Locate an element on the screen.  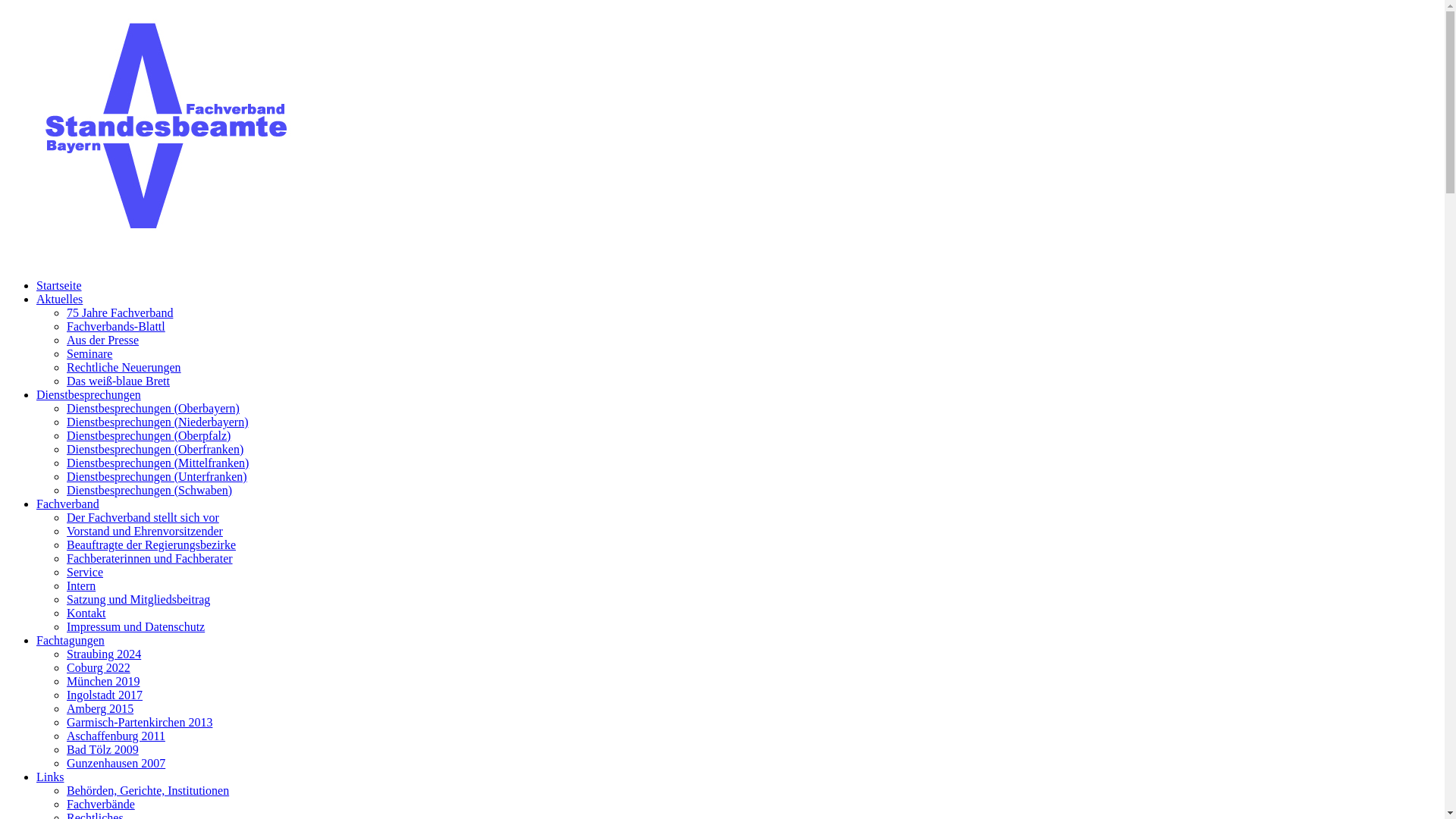
'Ingolstadt 2017' is located at coordinates (104, 695).